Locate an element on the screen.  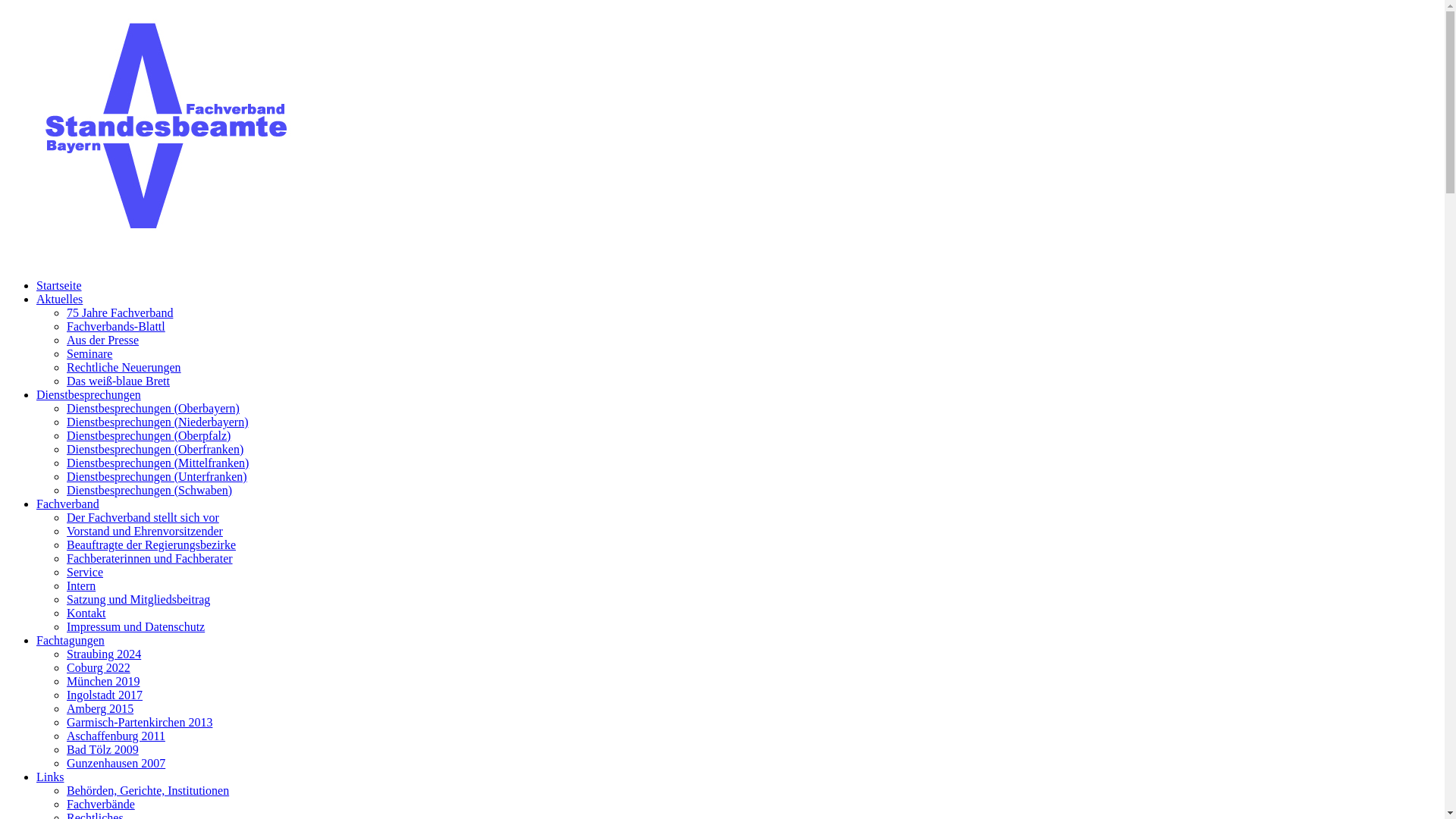
'Ingolstadt 2017' is located at coordinates (104, 695).